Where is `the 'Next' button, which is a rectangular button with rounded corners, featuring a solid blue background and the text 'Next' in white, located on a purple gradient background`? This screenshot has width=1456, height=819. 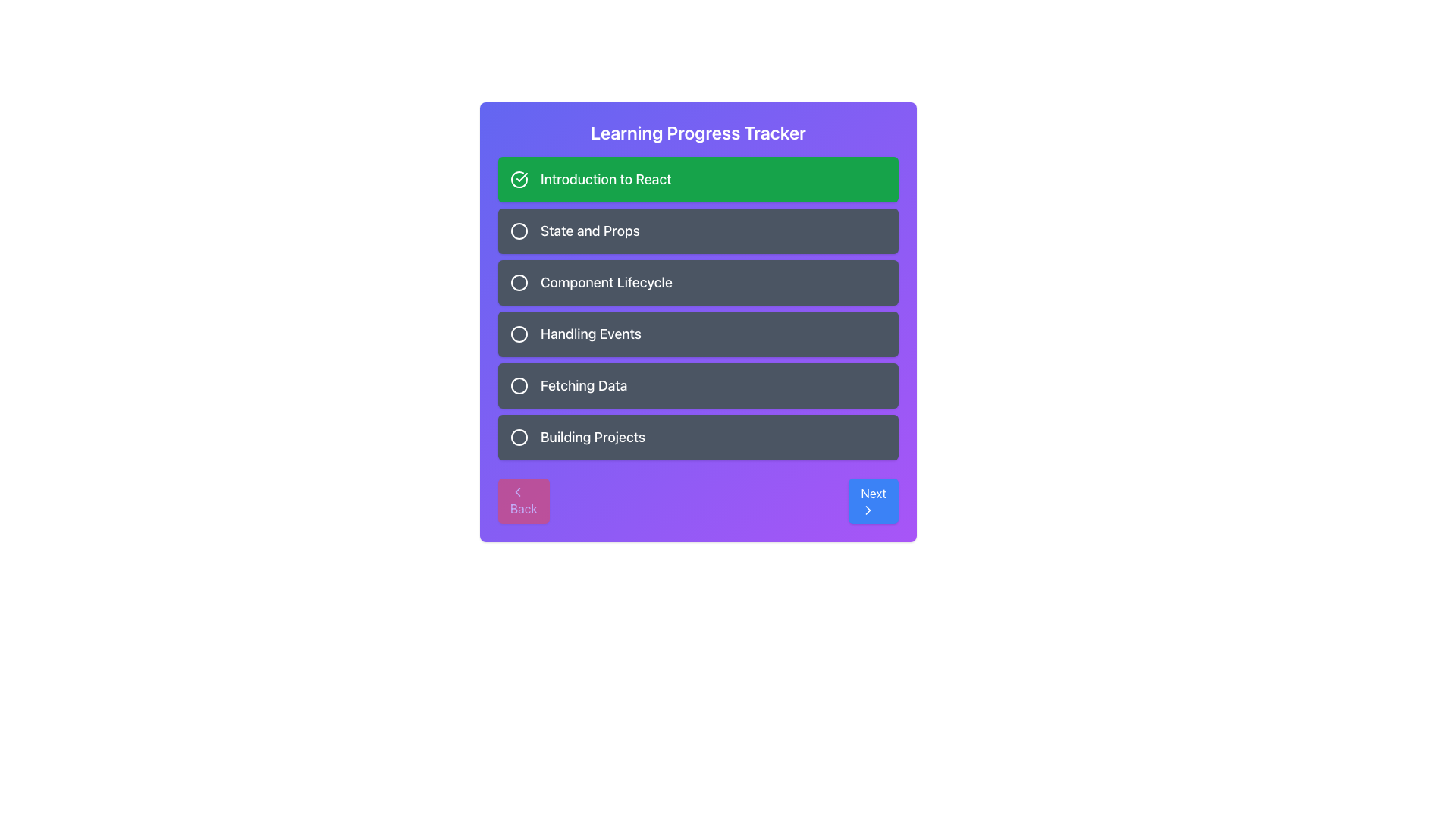 the 'Next' button, which is a rectangular button with rounded corners, featuring a solid blue background and the text 'Next' in white, located on a purple gradient background is located at coordinates (874, 500).